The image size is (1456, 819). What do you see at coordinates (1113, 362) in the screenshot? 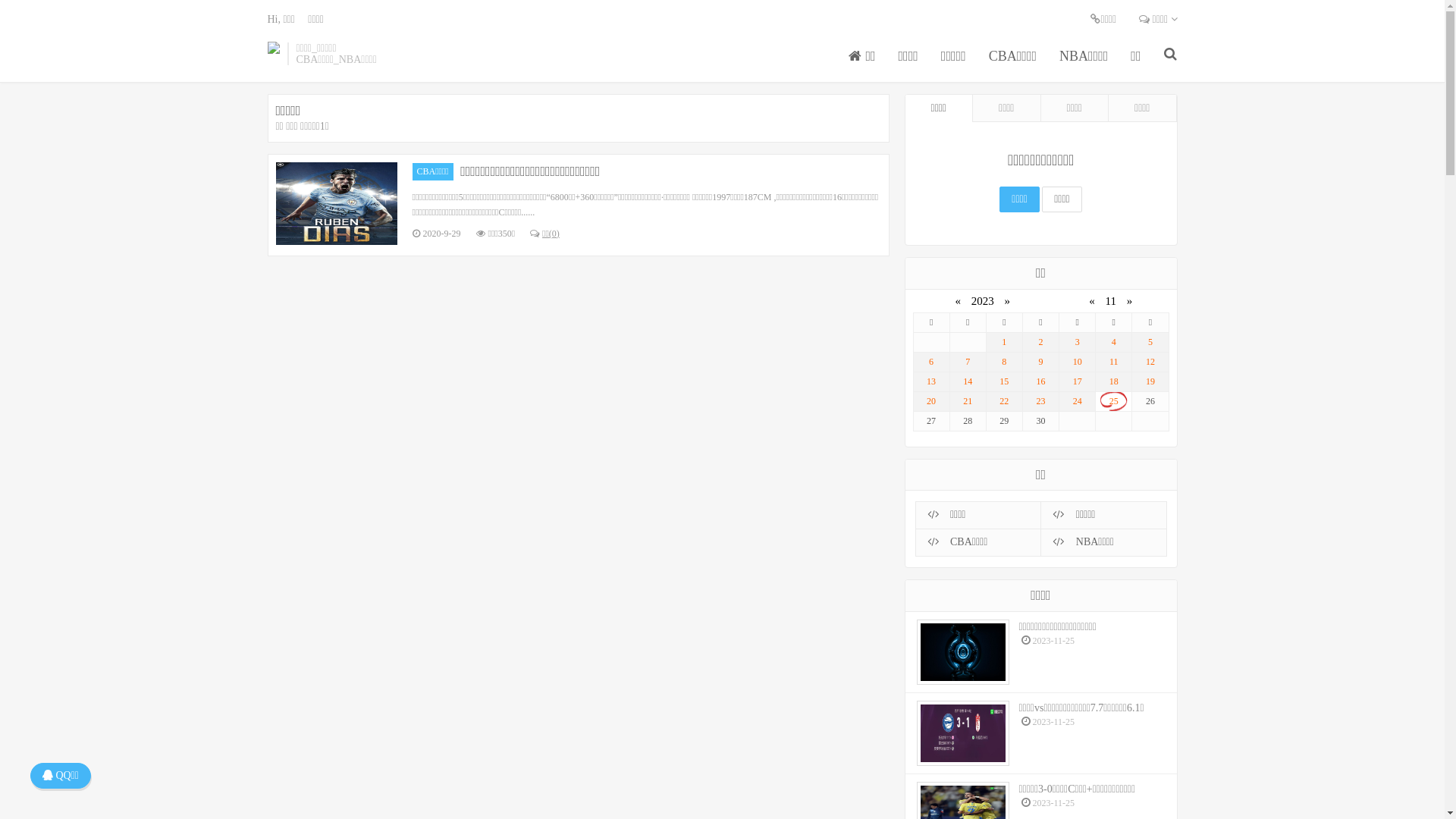
I see `'11'` at bounding box center [1113, 362].